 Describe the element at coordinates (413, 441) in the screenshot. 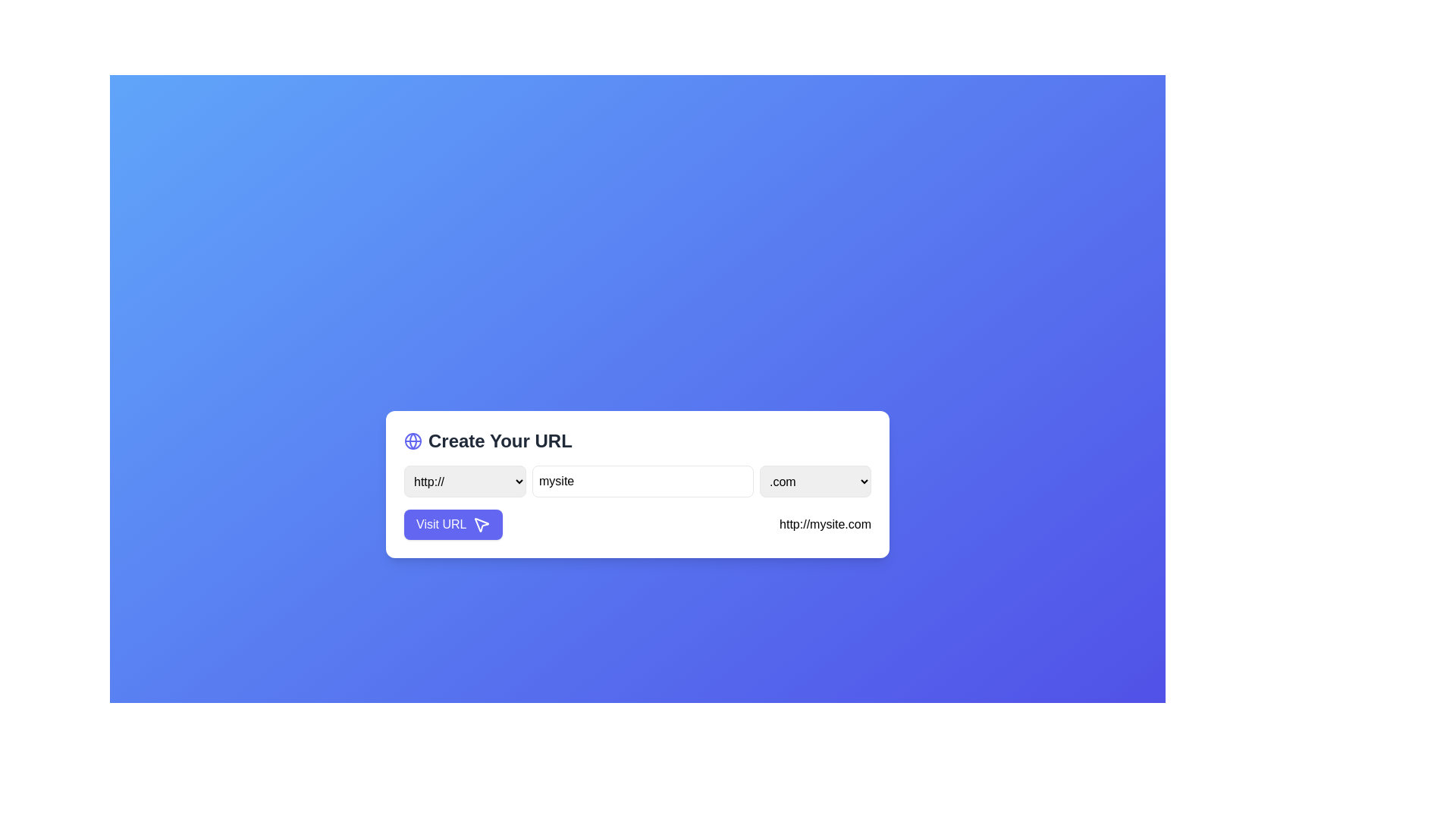

I see `the globe icon located in the heading section, positioned left of the 'Create Your URL' text` at that location.